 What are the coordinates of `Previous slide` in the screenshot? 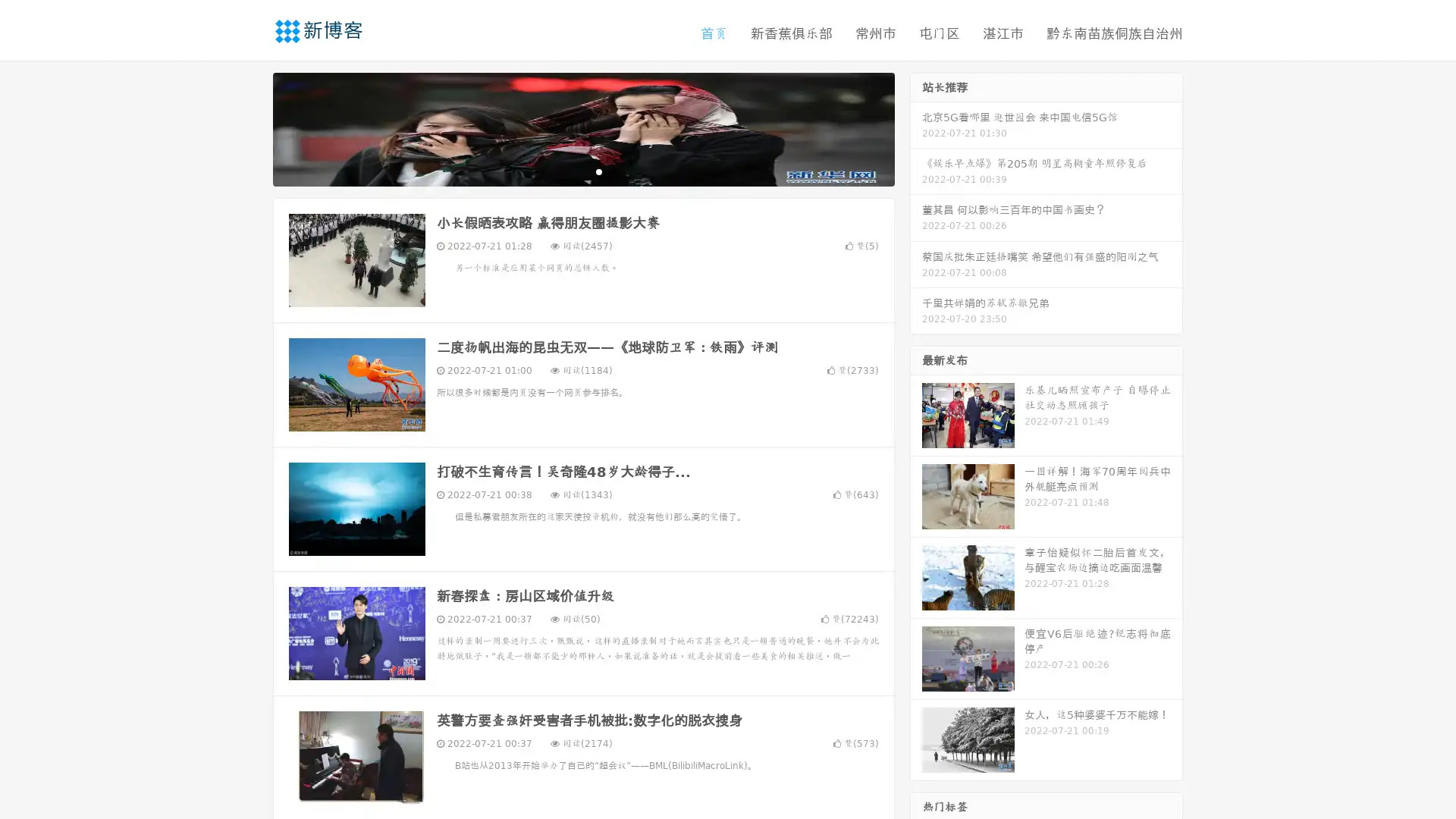 It's located at (250, 127).